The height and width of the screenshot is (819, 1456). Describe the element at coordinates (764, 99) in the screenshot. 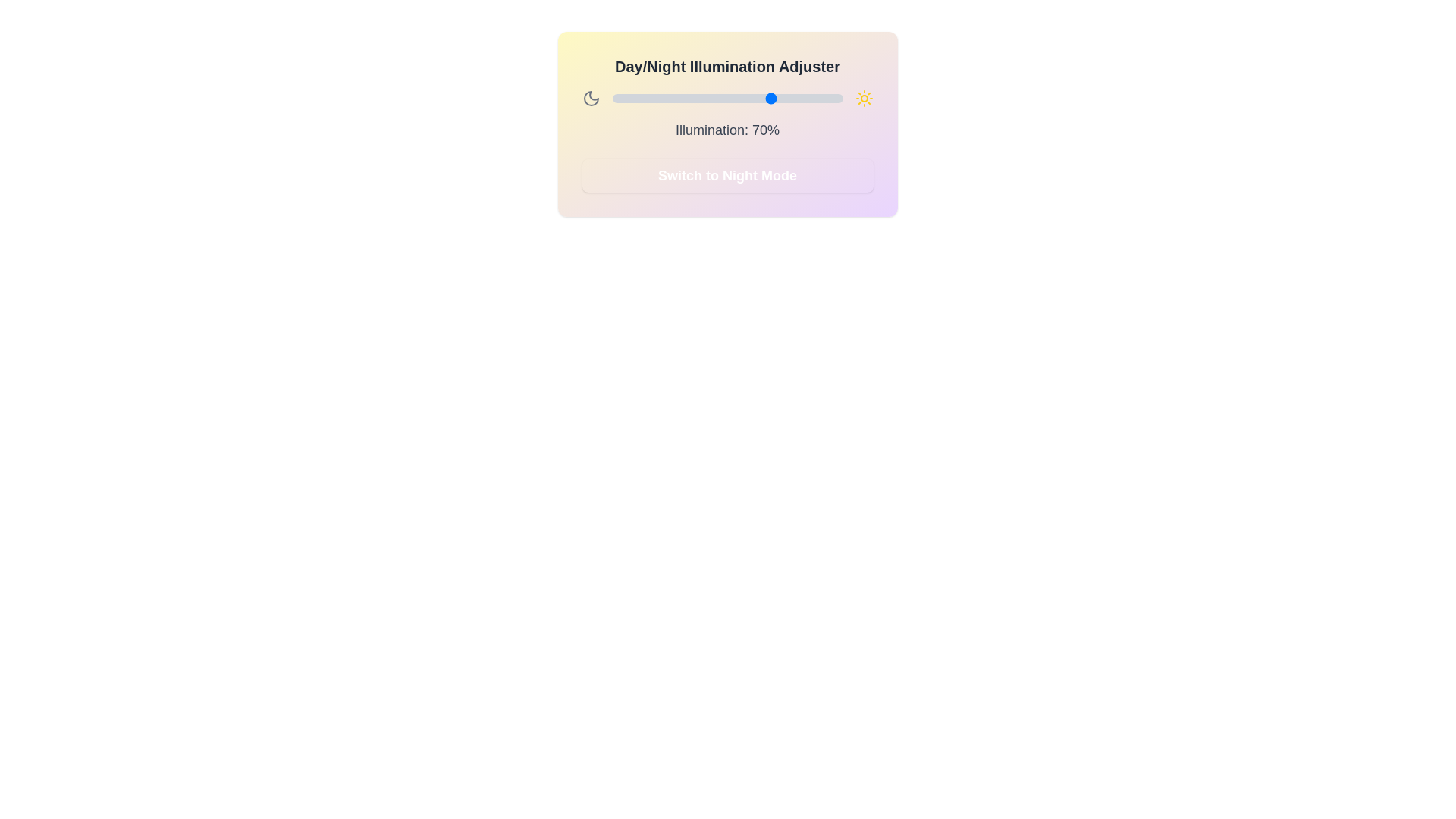

I see `the illumination level to 66% by dragging the slider` at that location.